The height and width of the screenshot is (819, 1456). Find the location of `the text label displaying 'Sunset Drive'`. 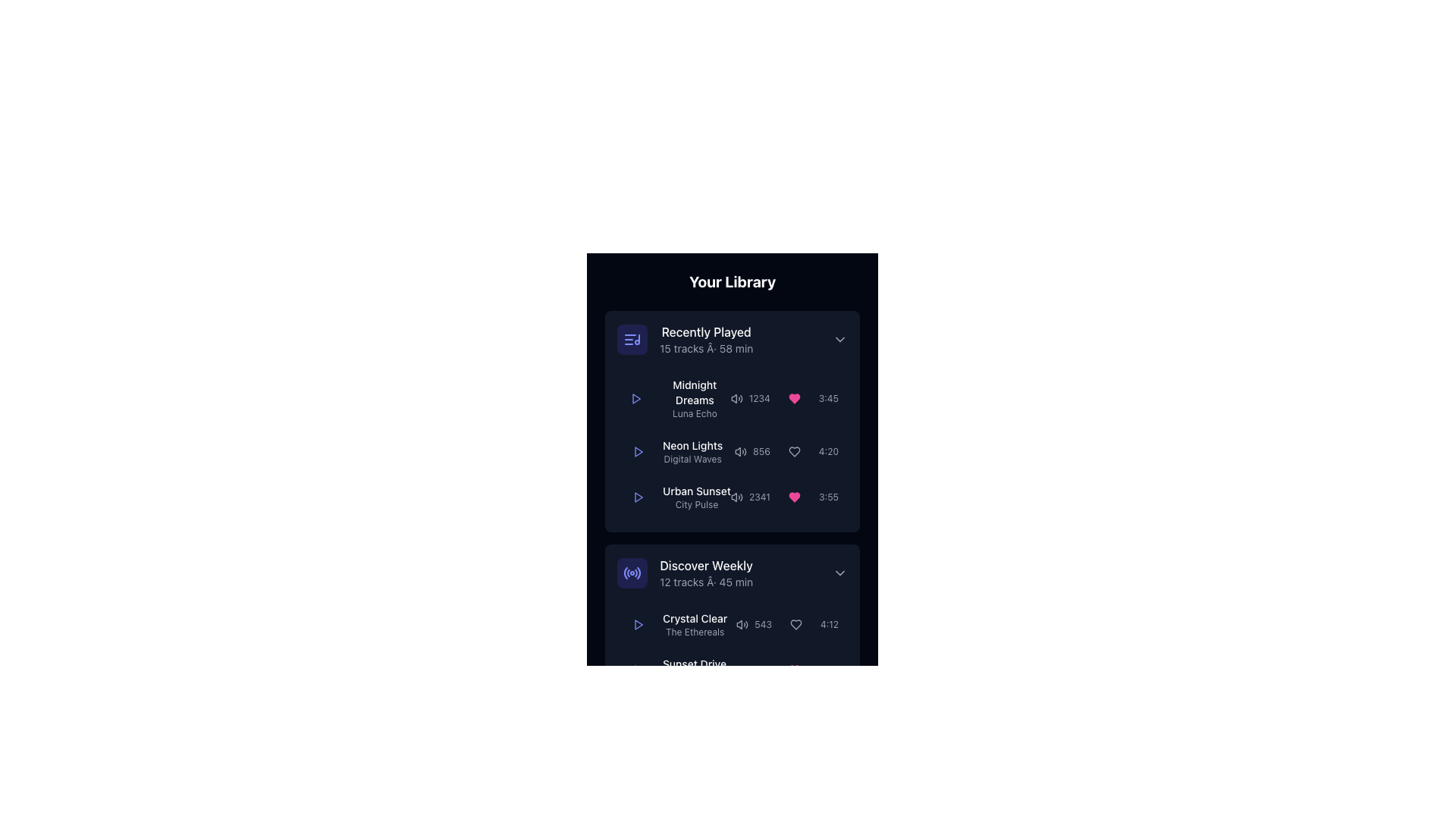

the text label displaying 'Sunset Drive' is located at coordinates (676, 669).